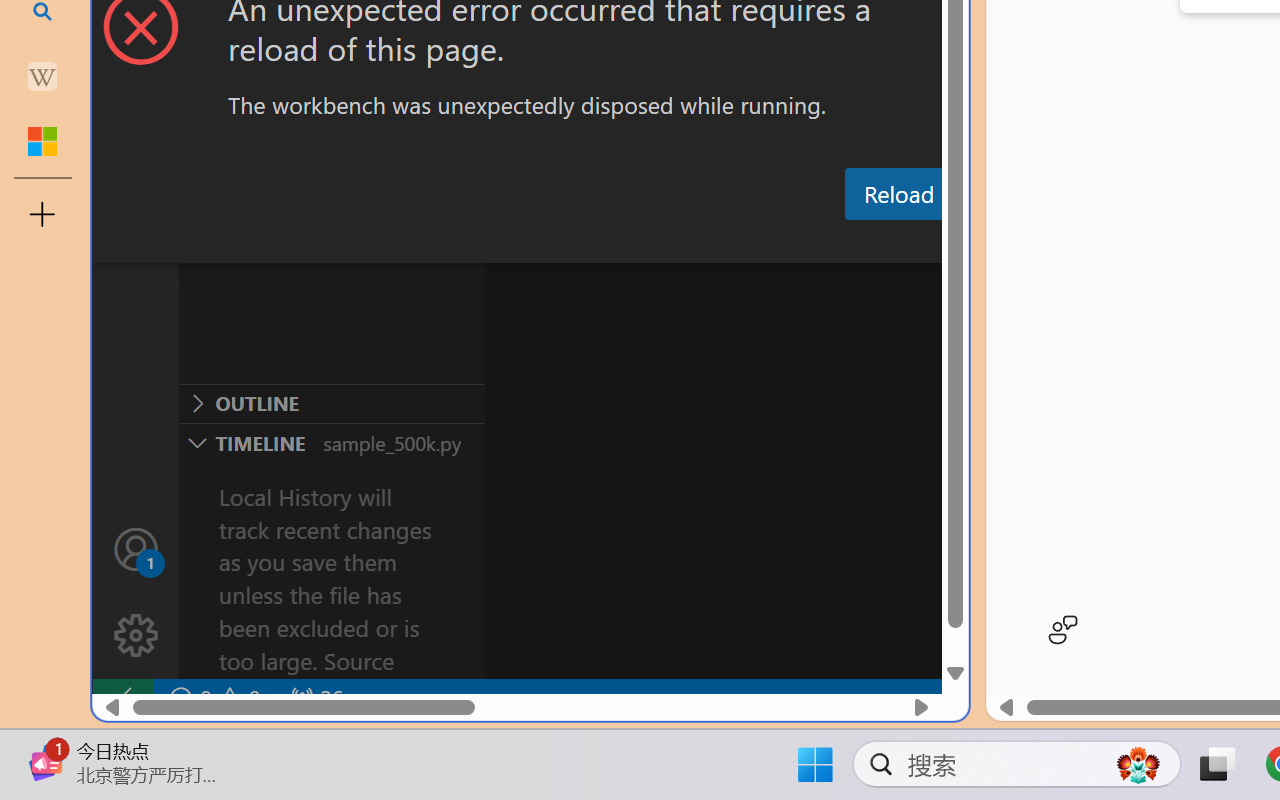 Image resolution: width=1280 pixels, height=800 pixels. Describe the element at coordinates (121, 698) in the screenshot. I see `'remote'` at that location.